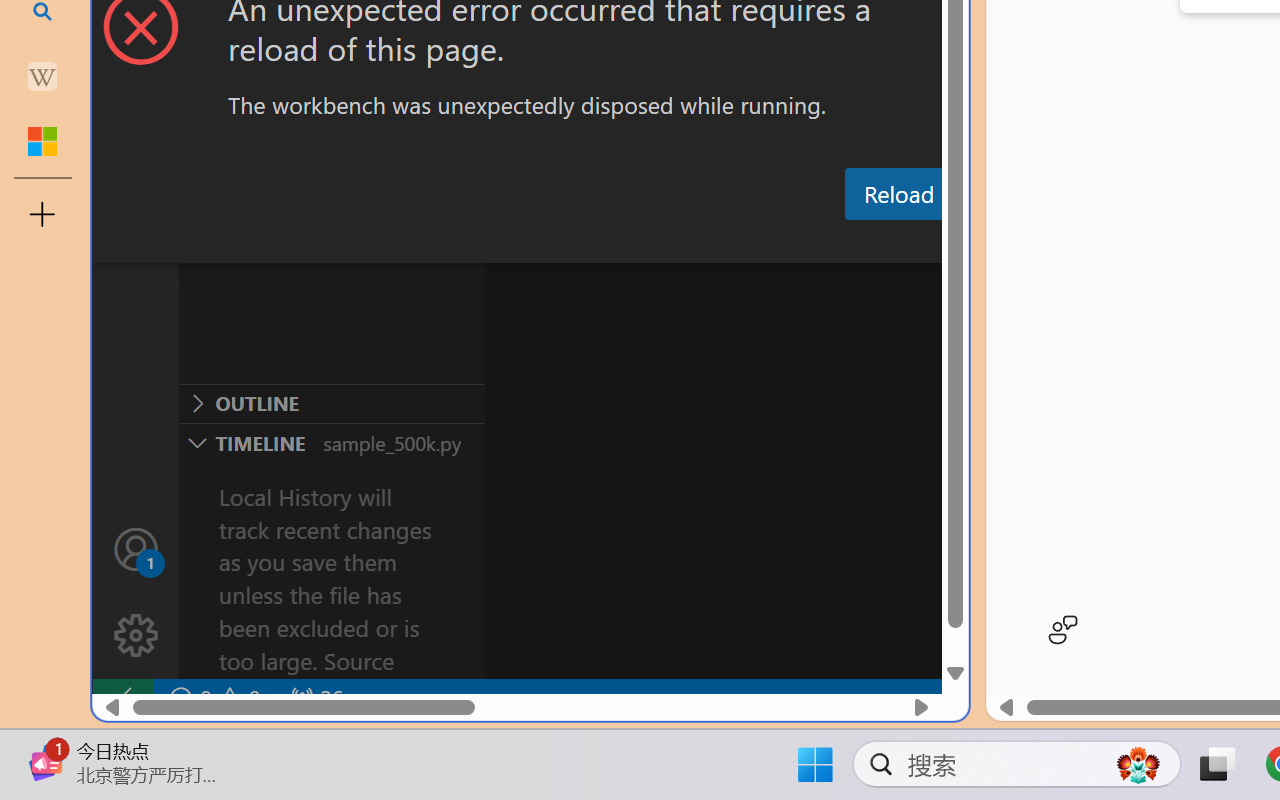 Image resolution: width=1280 pixels, height=800 pixels. Describe the element at coordinates (121, 698) in the screenshot. I see `'remote'` at that location.